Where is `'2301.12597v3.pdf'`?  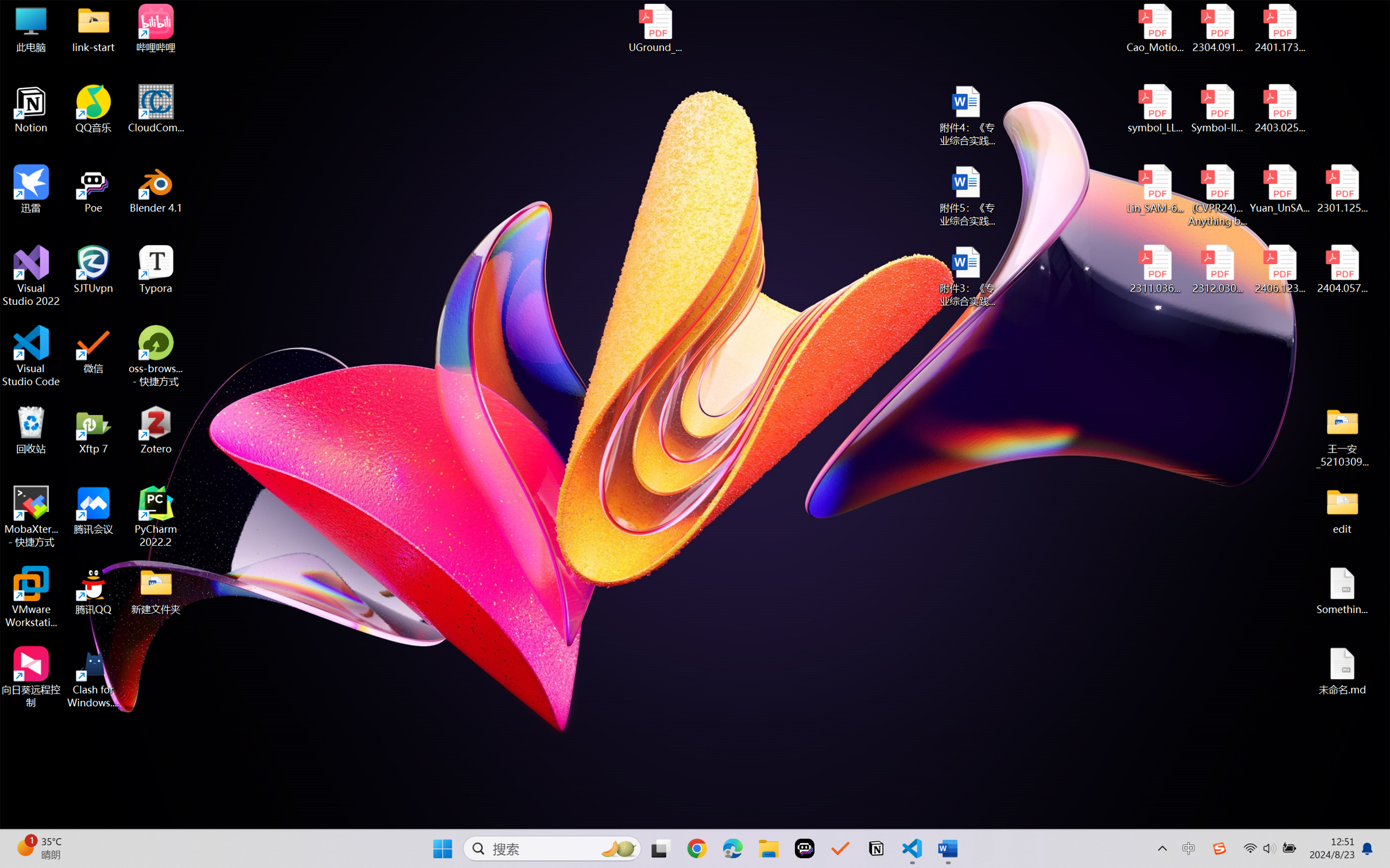
'2301.12597v3.pdf' is located at coordinates (1341, 188).